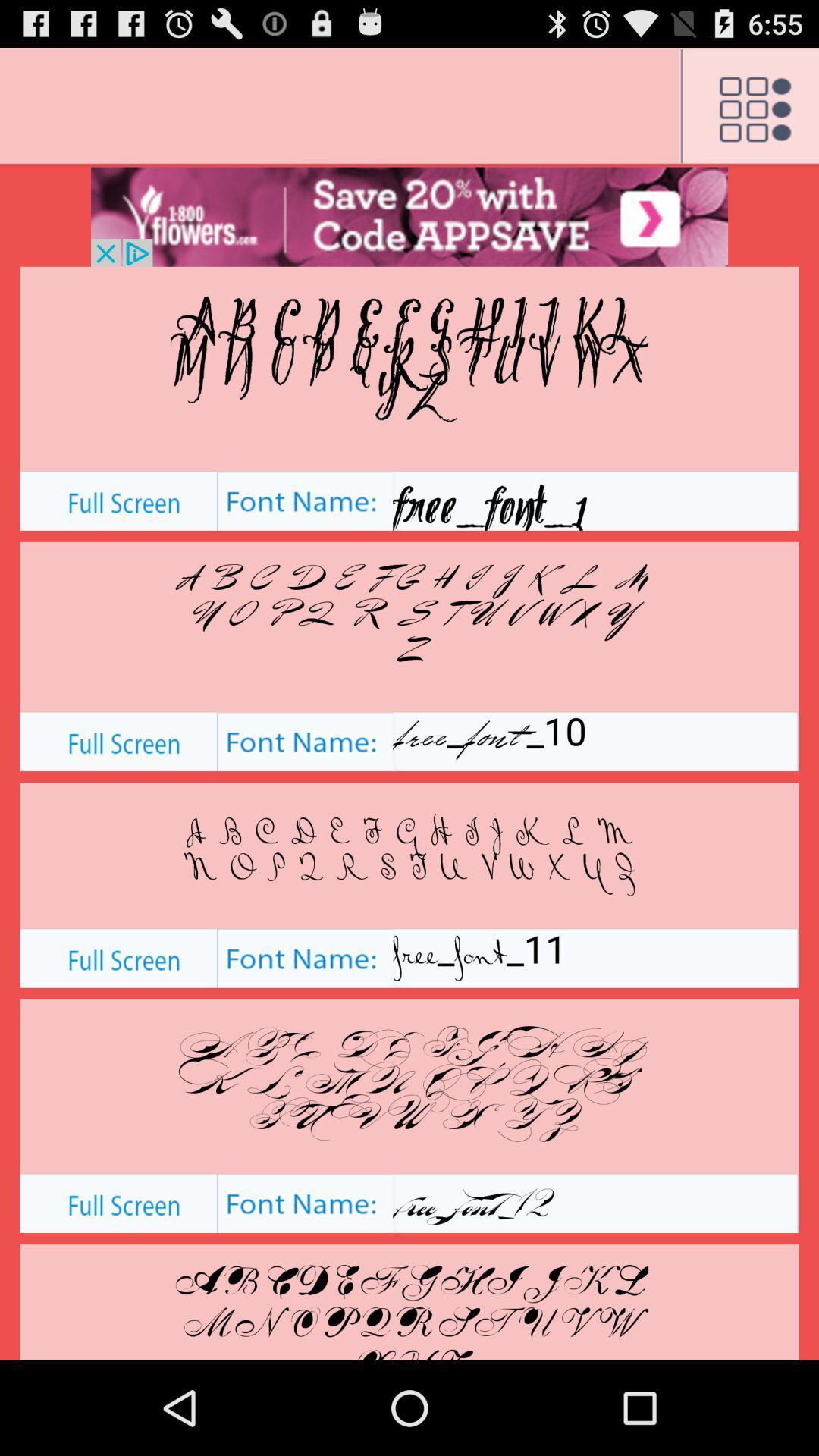 This screenshot has width=819, height=1456. Describe the element at coordinates (748, 106) in the screenshot. I see `menu button` at that location.